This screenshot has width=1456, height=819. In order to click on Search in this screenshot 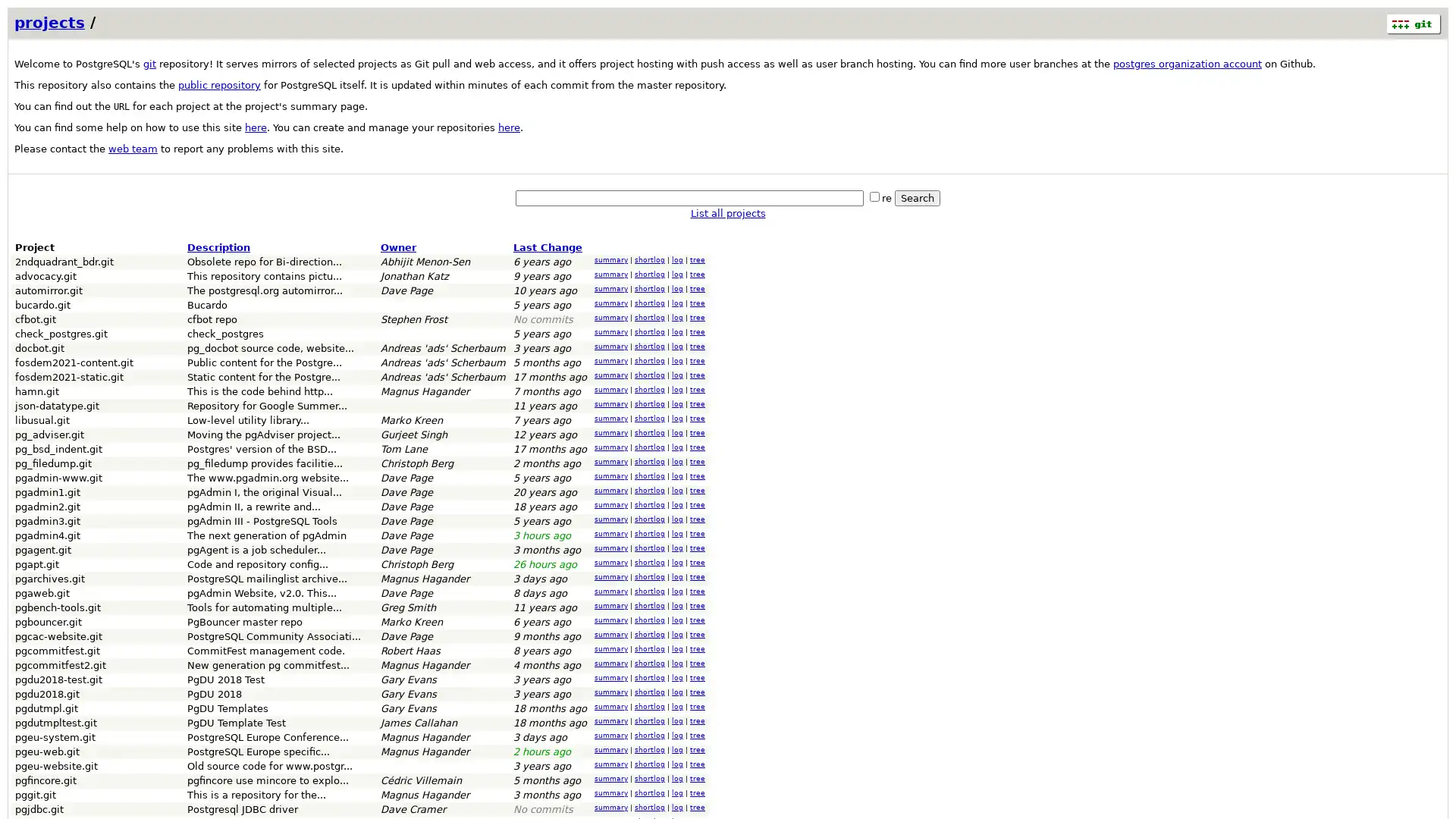, I will do `click(916, 197)`.